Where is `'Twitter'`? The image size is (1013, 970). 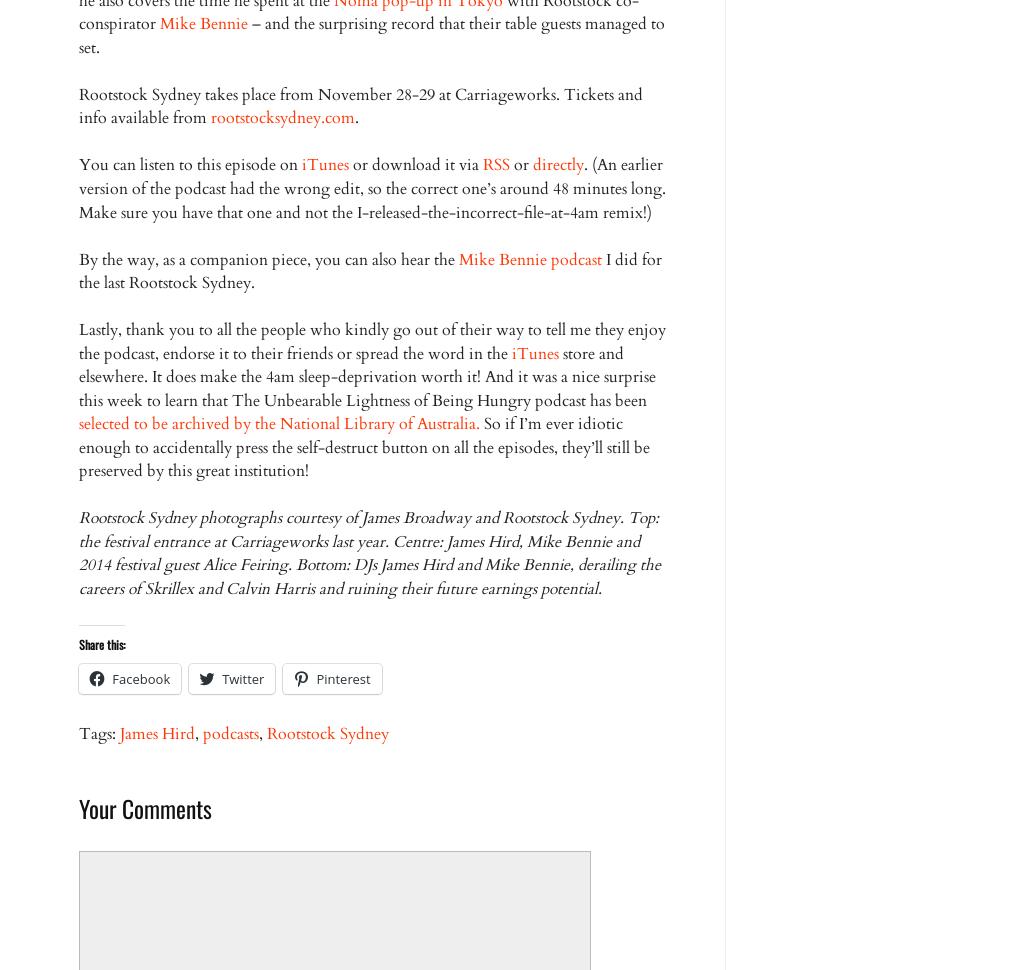
'Twitter' is located at coordinates (242, 679).